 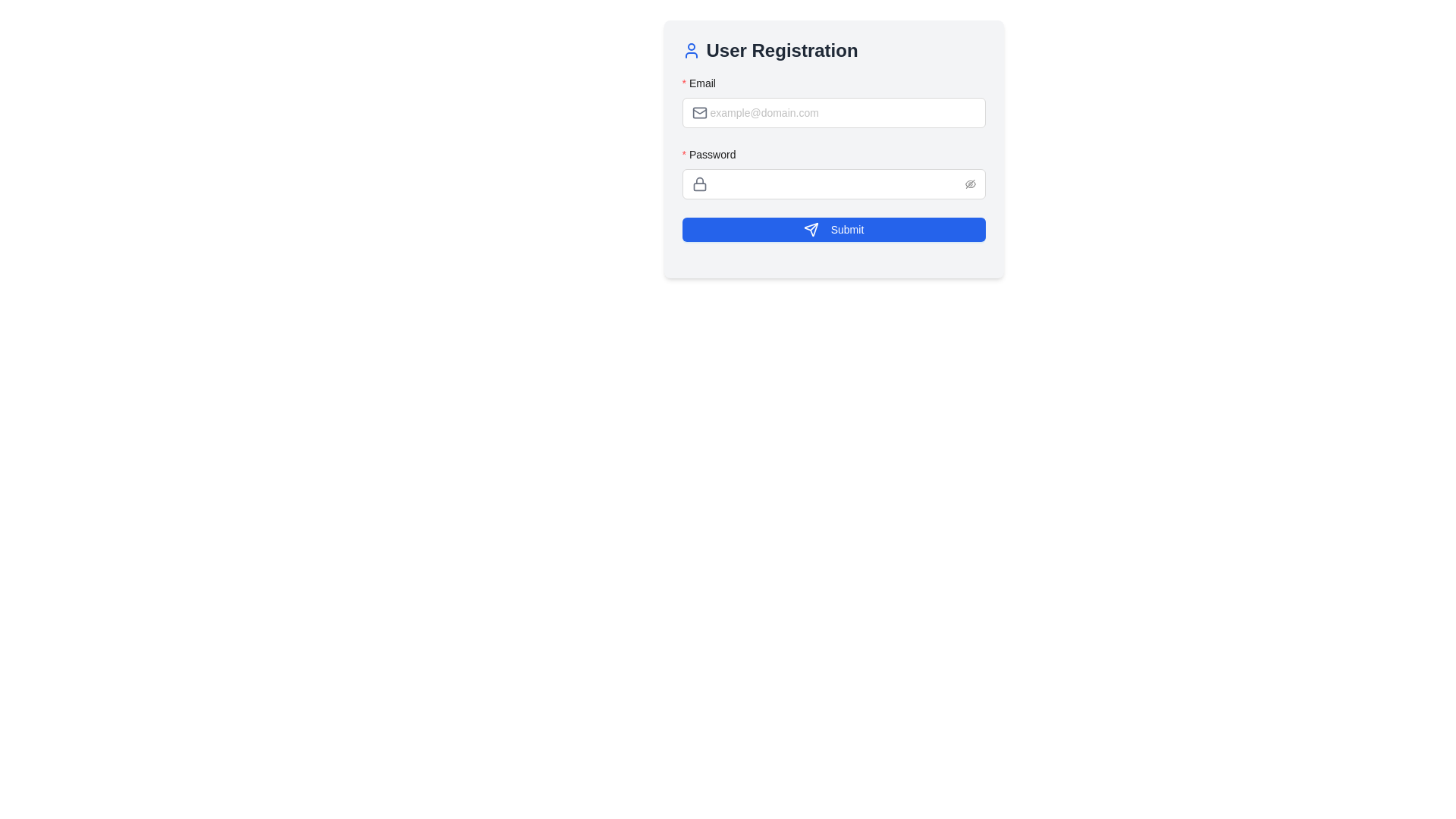 What do you see at coordinates (698, 184) in the screenshot?
I see `the lock icon at the start of the password input field, which visually indicates that the input is for entering a password` at bounding box center [698, 184].